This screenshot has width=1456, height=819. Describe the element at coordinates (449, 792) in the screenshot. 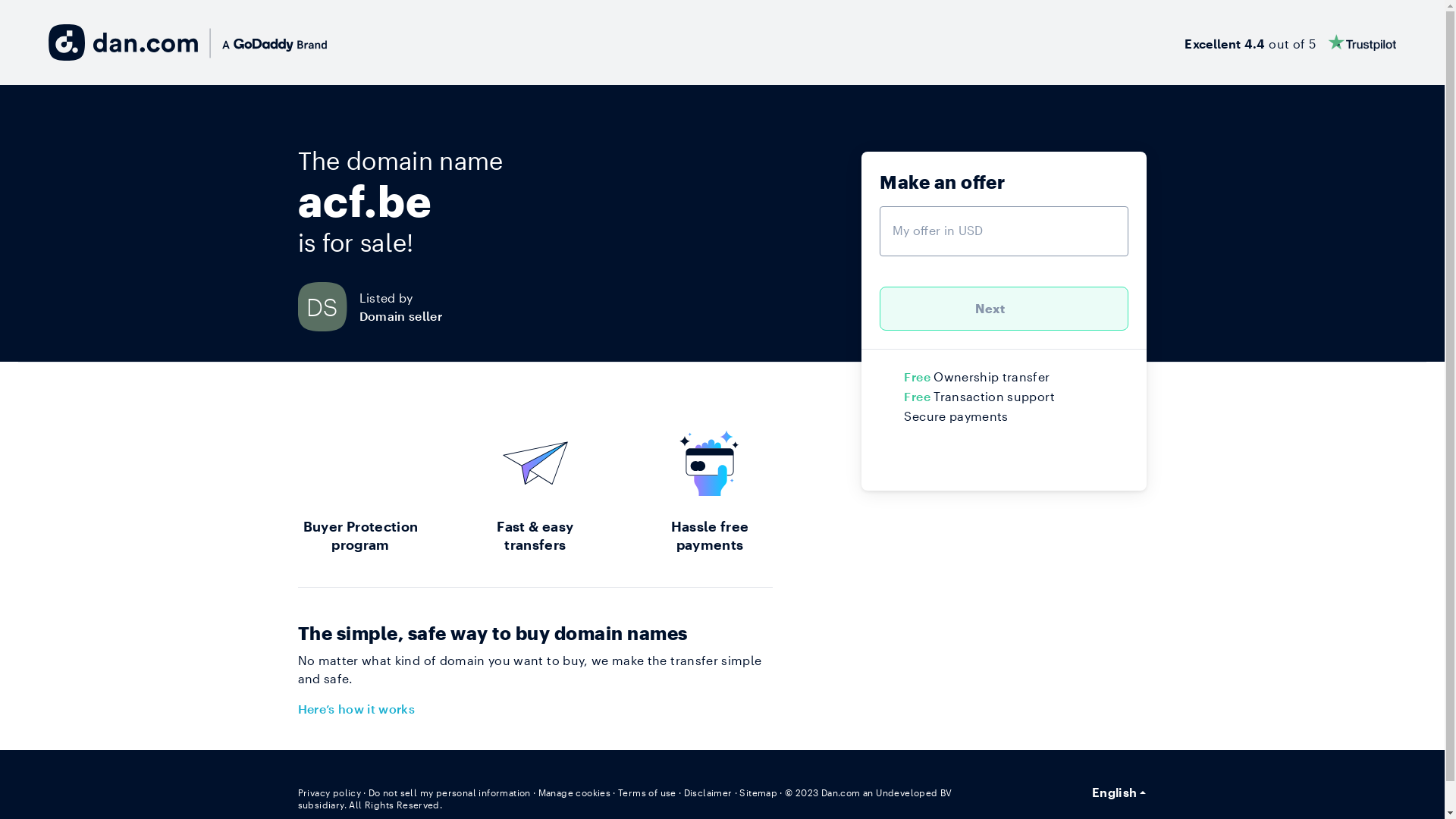

I see `'Do not sell my personal information'` at that location.